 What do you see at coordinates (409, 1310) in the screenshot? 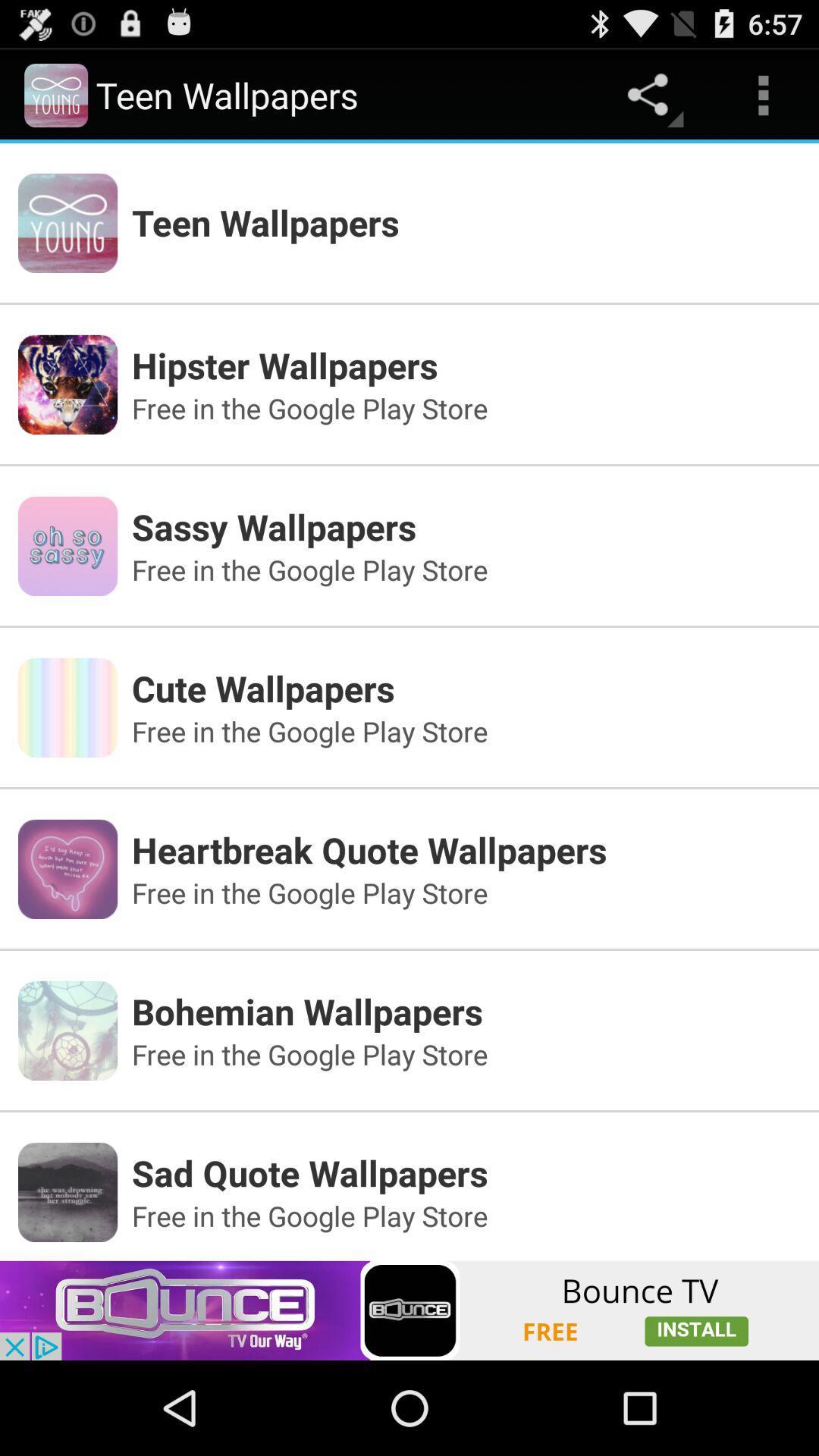
I see `the add image` at bounding box center [409, 1310].